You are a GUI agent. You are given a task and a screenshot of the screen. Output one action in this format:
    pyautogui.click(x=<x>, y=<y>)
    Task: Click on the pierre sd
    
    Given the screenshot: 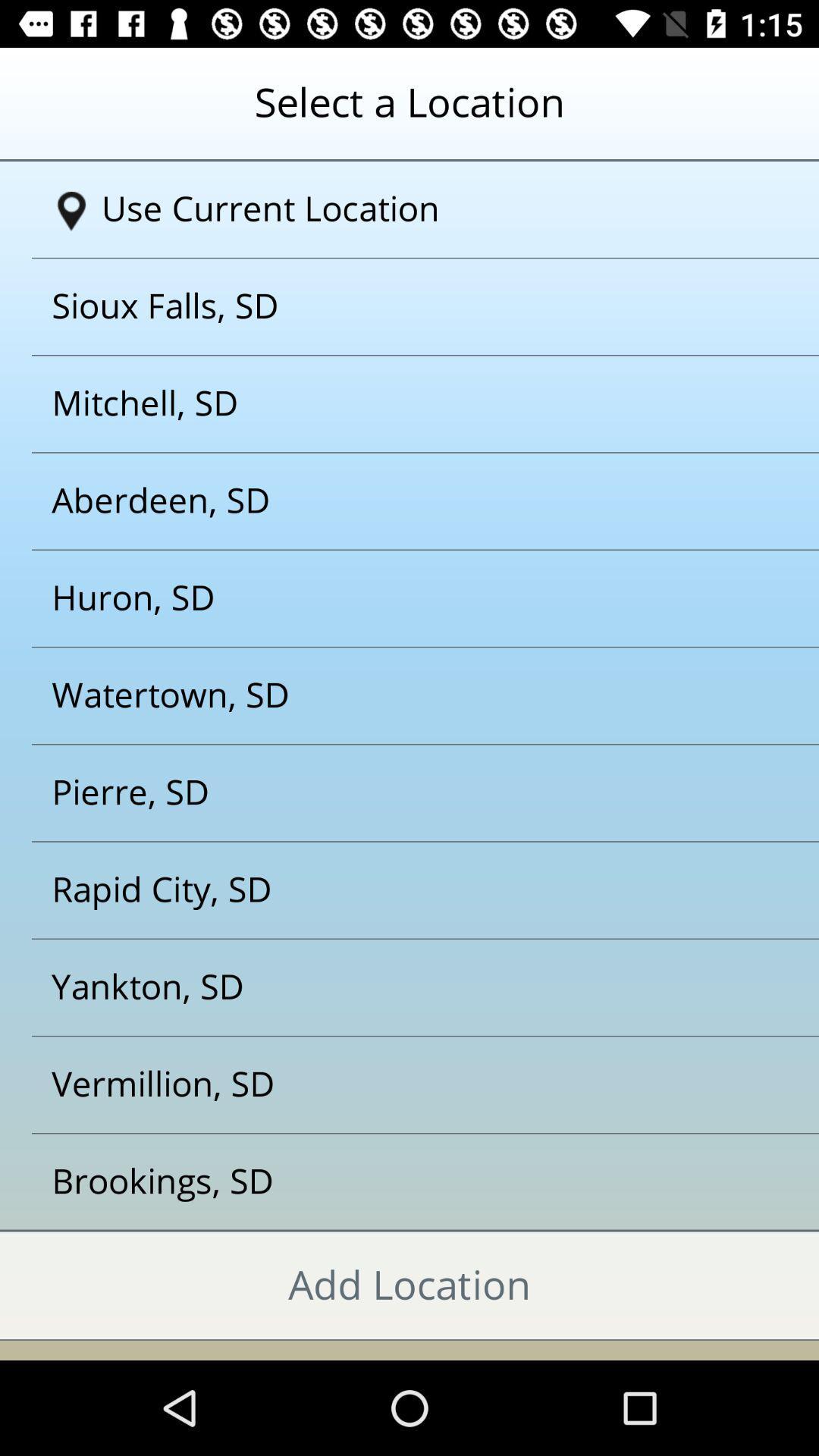 What is the action you would take?
    pyautogui.click(x=390, y=792)
    